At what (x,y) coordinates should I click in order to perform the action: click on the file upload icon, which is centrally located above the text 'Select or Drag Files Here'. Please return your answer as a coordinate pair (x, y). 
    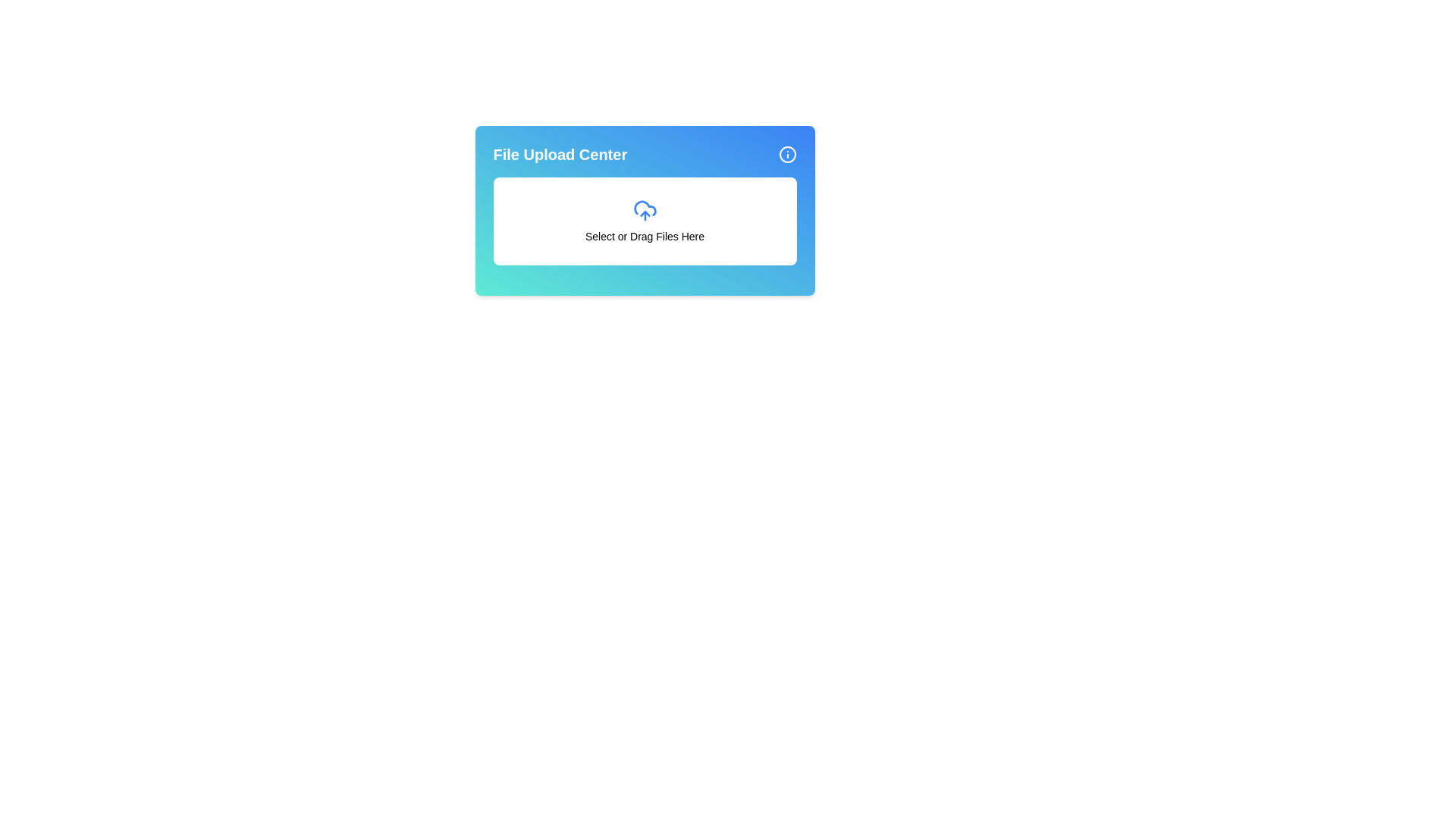
    Looking at the image, I should click on (645, 210).